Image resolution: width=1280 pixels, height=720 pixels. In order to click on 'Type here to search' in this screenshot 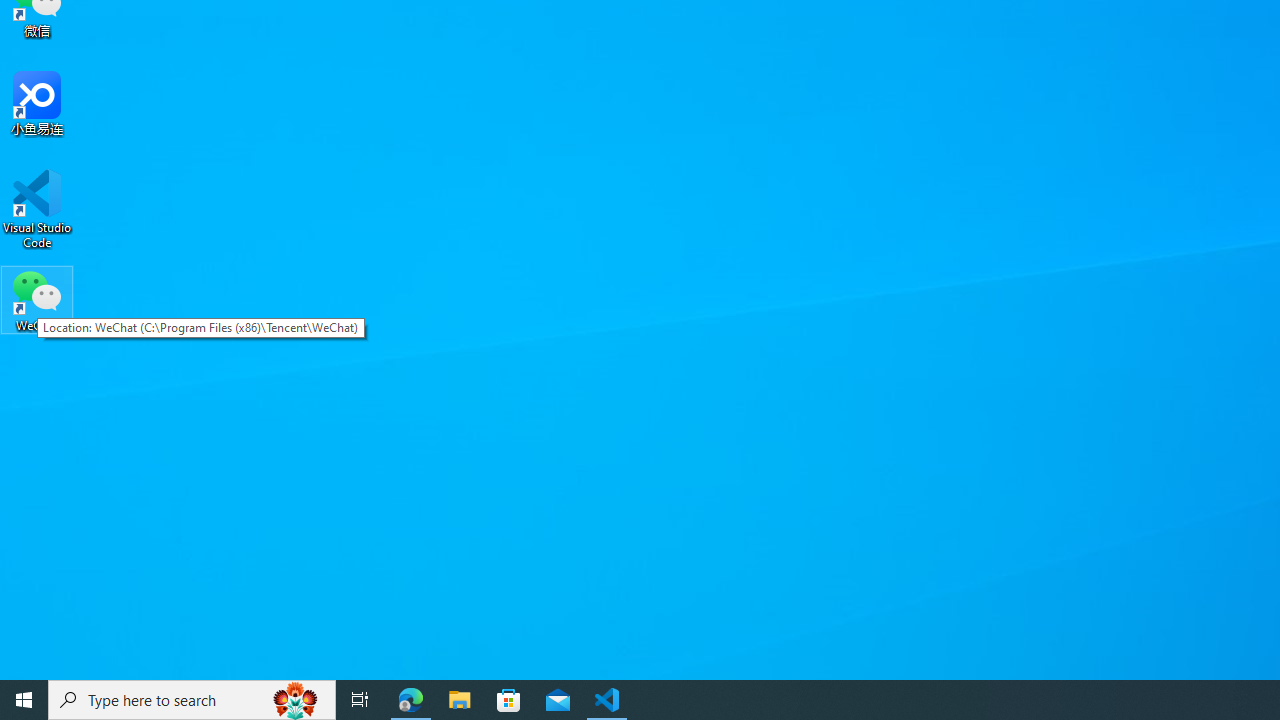, I will do `click(192, 698)`.